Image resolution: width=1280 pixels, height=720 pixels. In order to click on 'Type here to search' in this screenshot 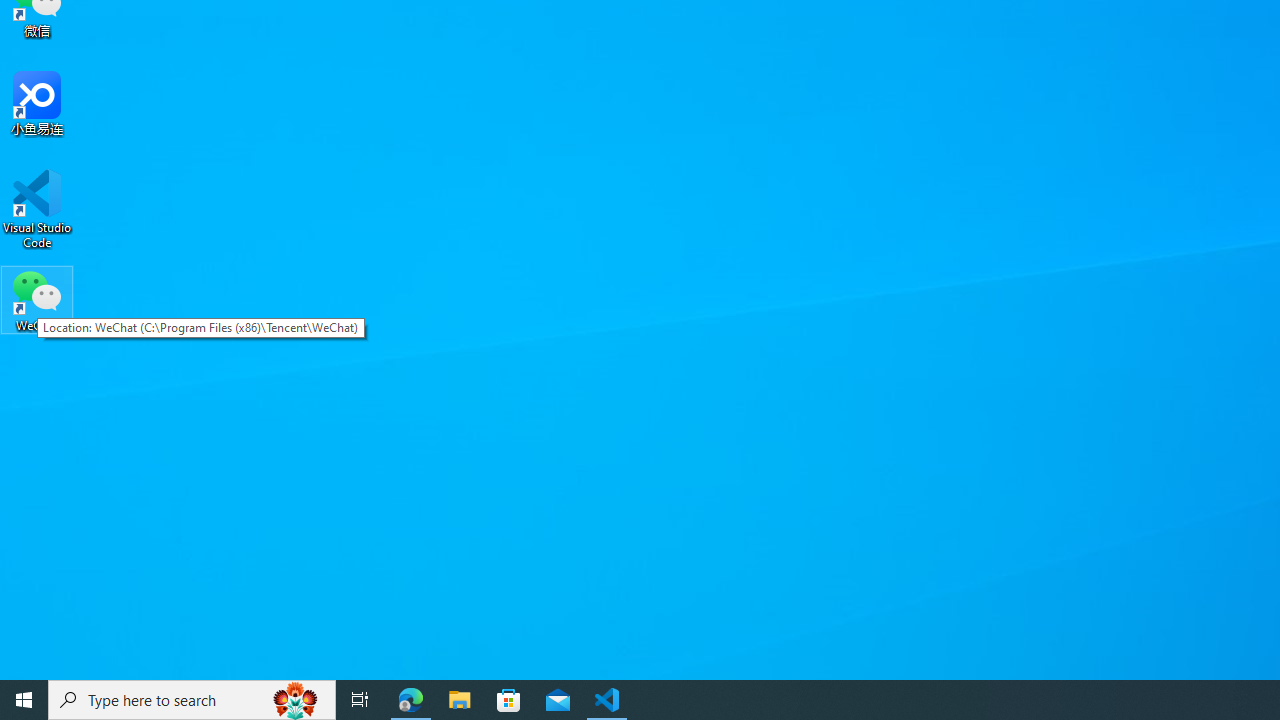, I will do `click(192, 698)`.